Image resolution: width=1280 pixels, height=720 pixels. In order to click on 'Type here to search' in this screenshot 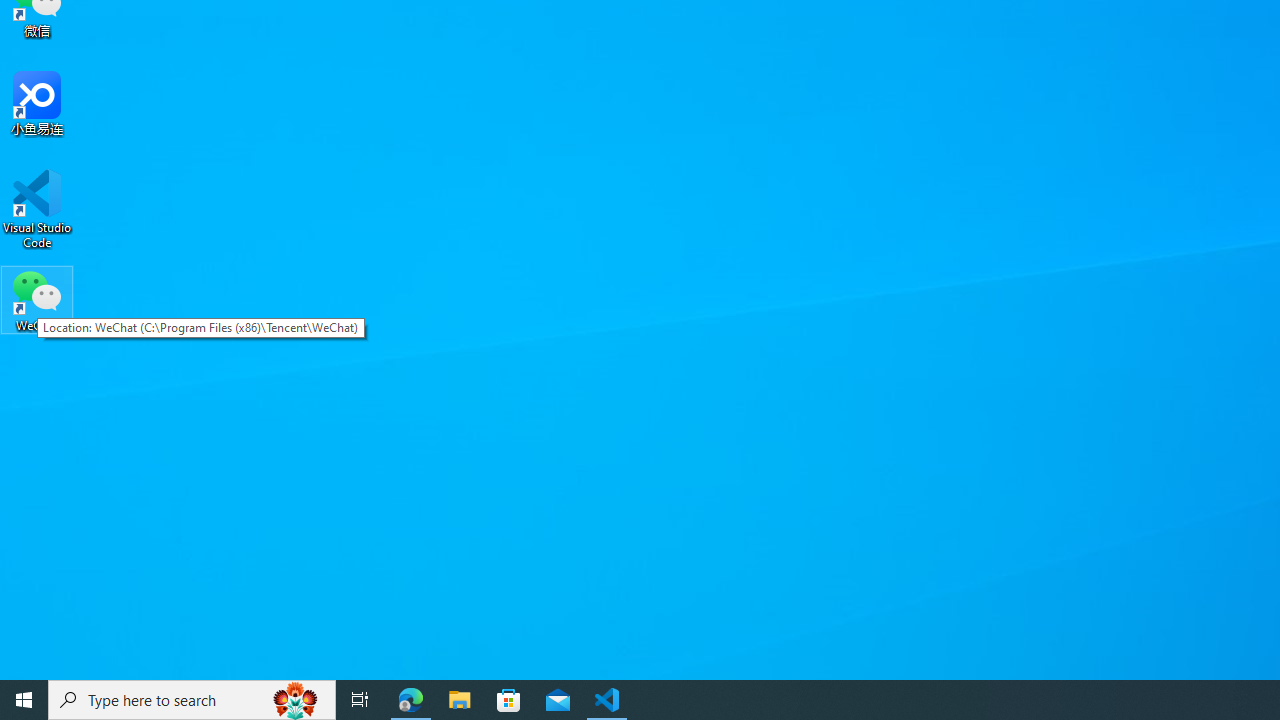, I will do `click(192, 698)`.